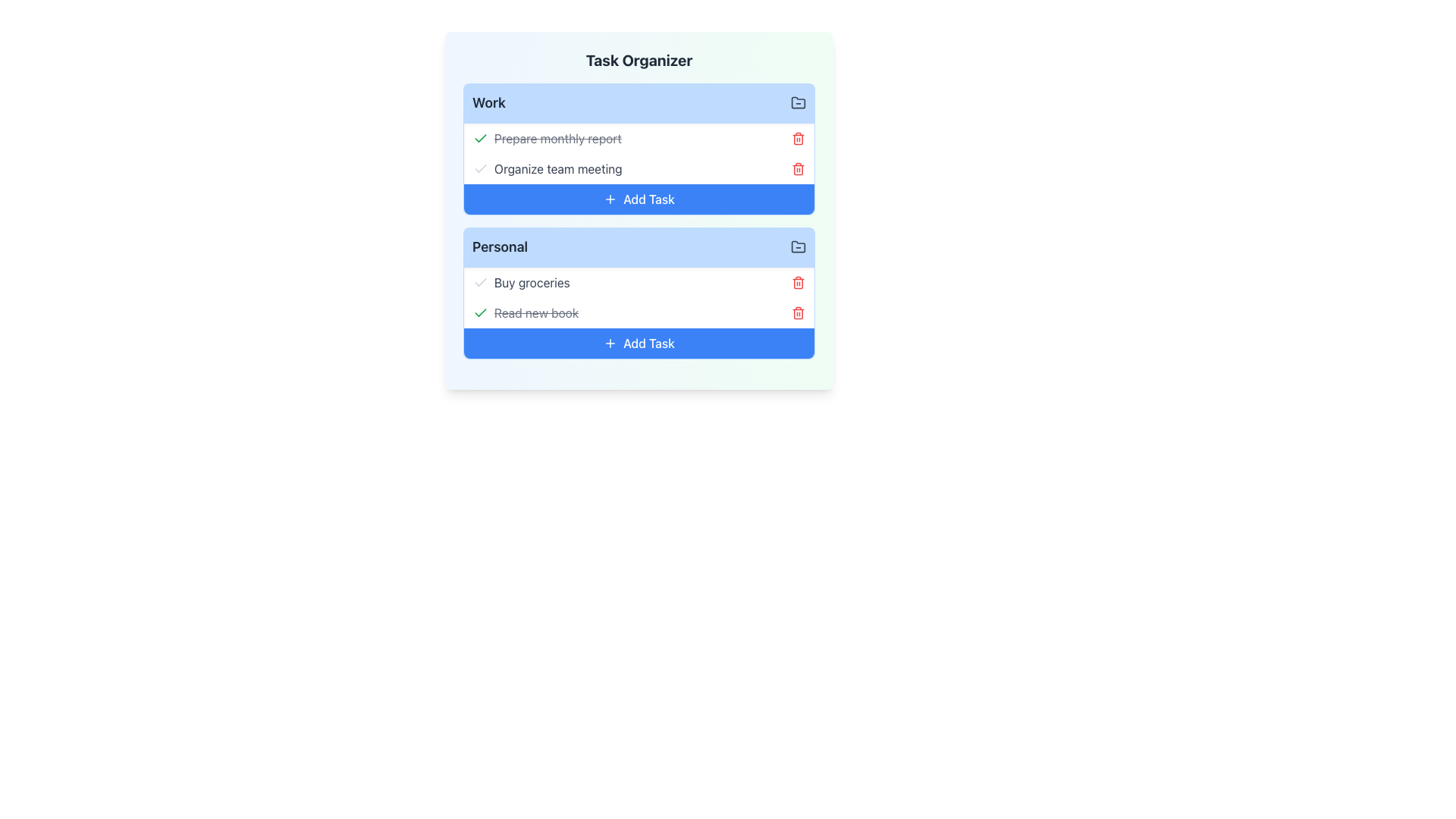 The image size is (1456, 819). Describe the element at coordinates (488, 102) in the screenshot. I see `the text label that reads 'Work', which is bold, dark gray, and located on a light blue background, serving as the heading of a section` at that location.